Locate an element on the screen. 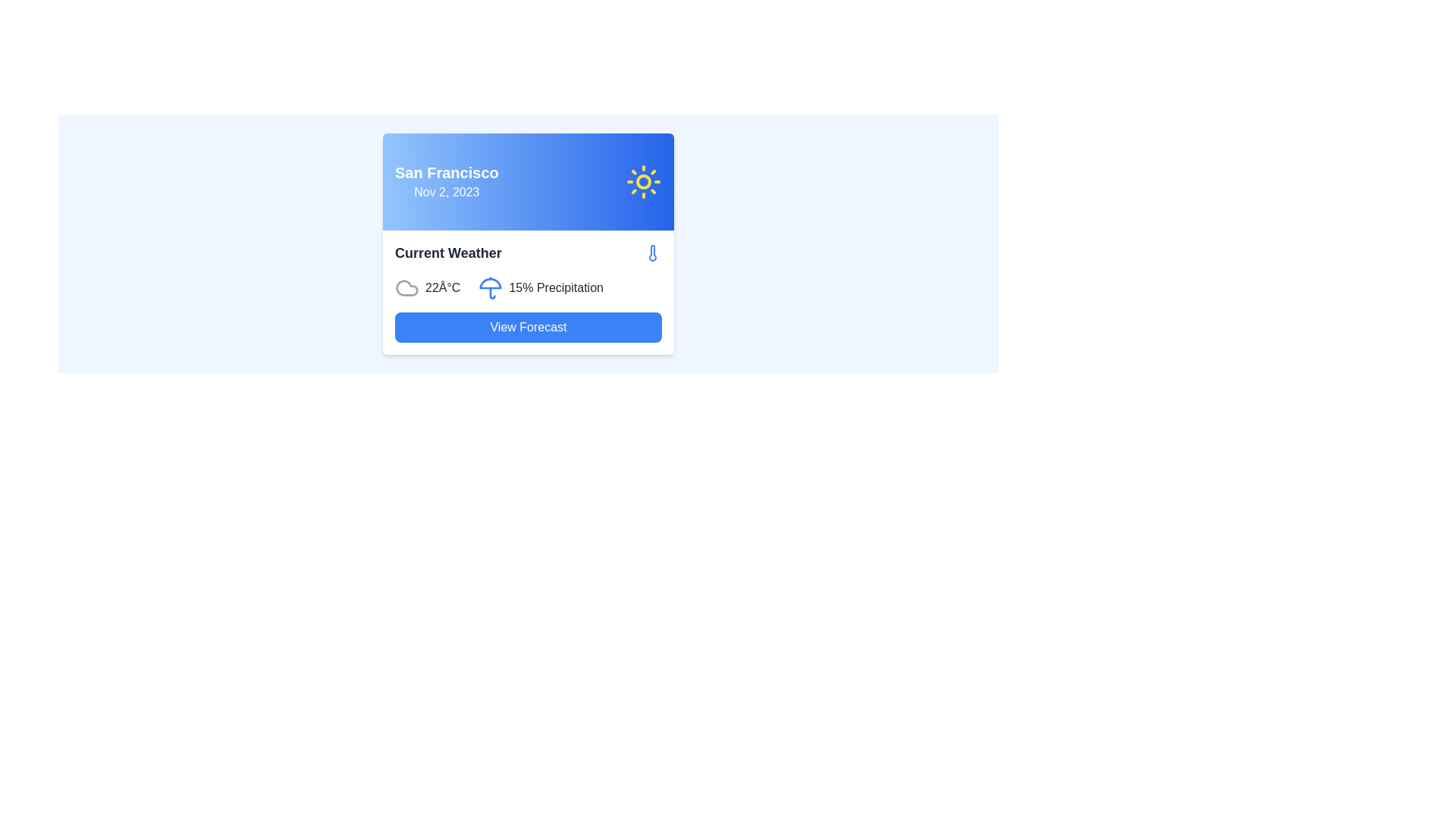  the cloud-shaped icon with a smooth outline and light gray color located in the current weather section, preceding the temperature value '22°C' is located at coordinates (407, 288).